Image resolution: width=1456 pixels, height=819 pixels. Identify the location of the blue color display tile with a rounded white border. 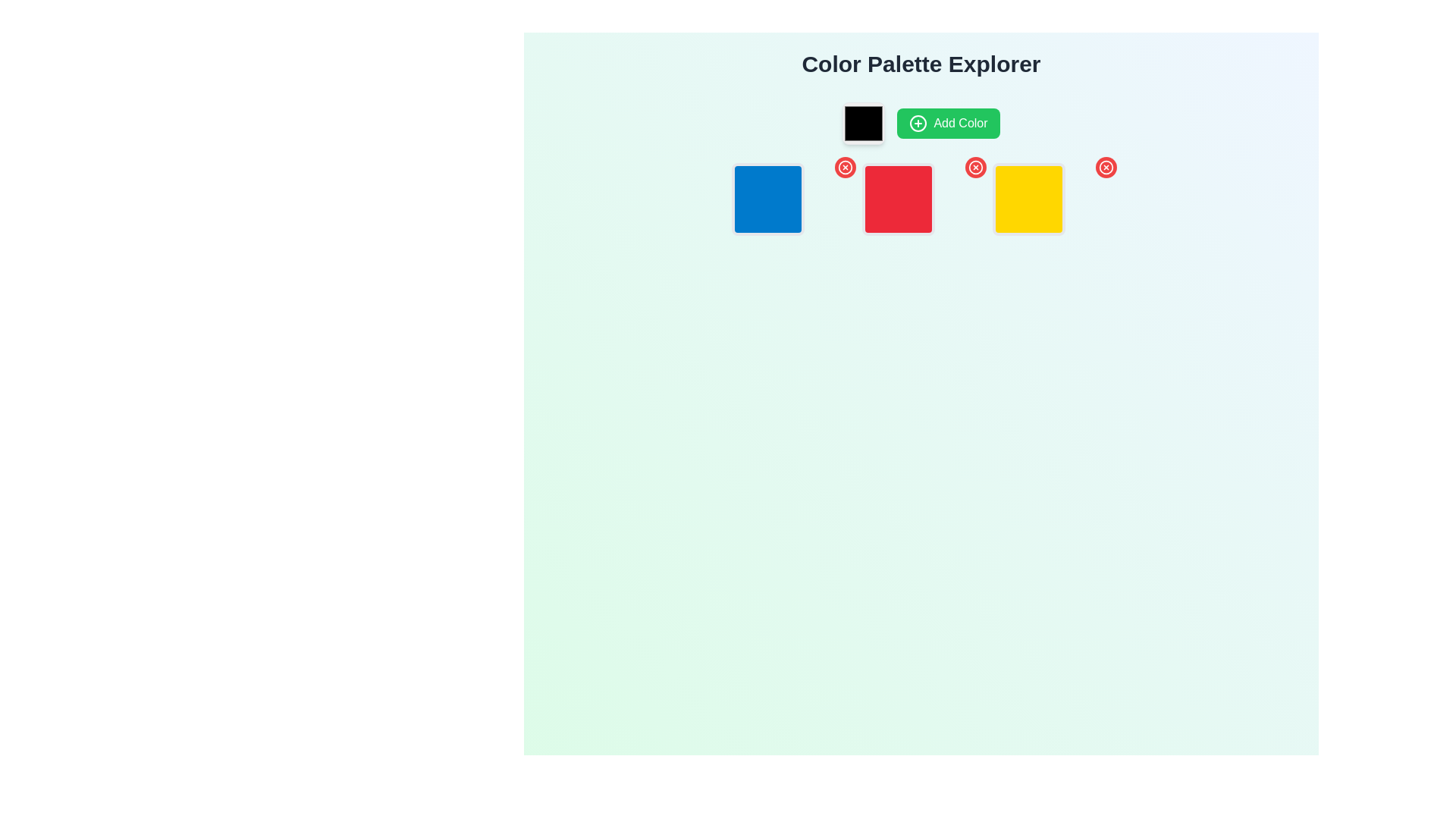
(789, 198).